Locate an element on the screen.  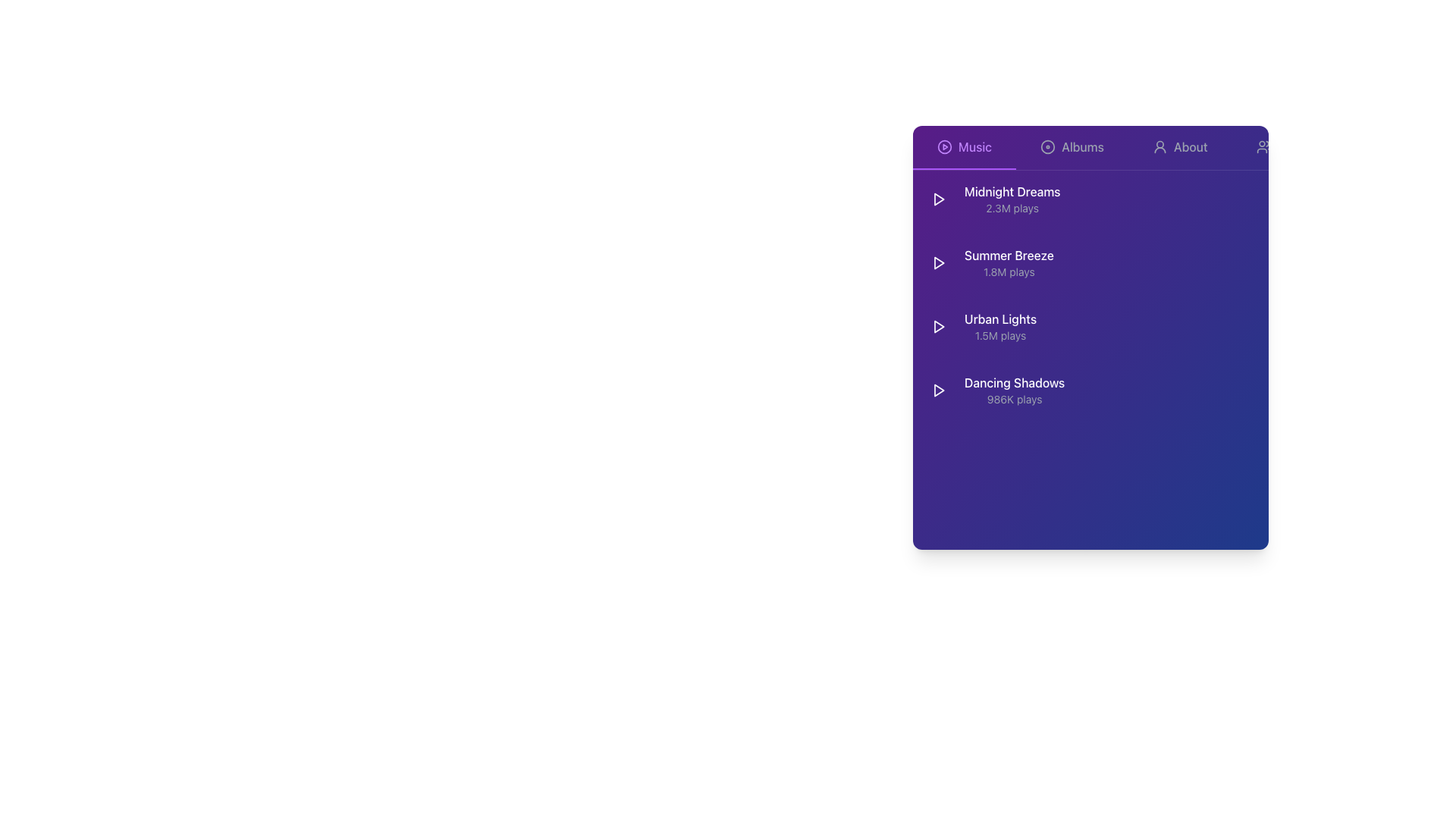
the circular play button icon with a purple background and a white play symbol to play the track 'Summer Breeze' is located at coordinates (938, 262).